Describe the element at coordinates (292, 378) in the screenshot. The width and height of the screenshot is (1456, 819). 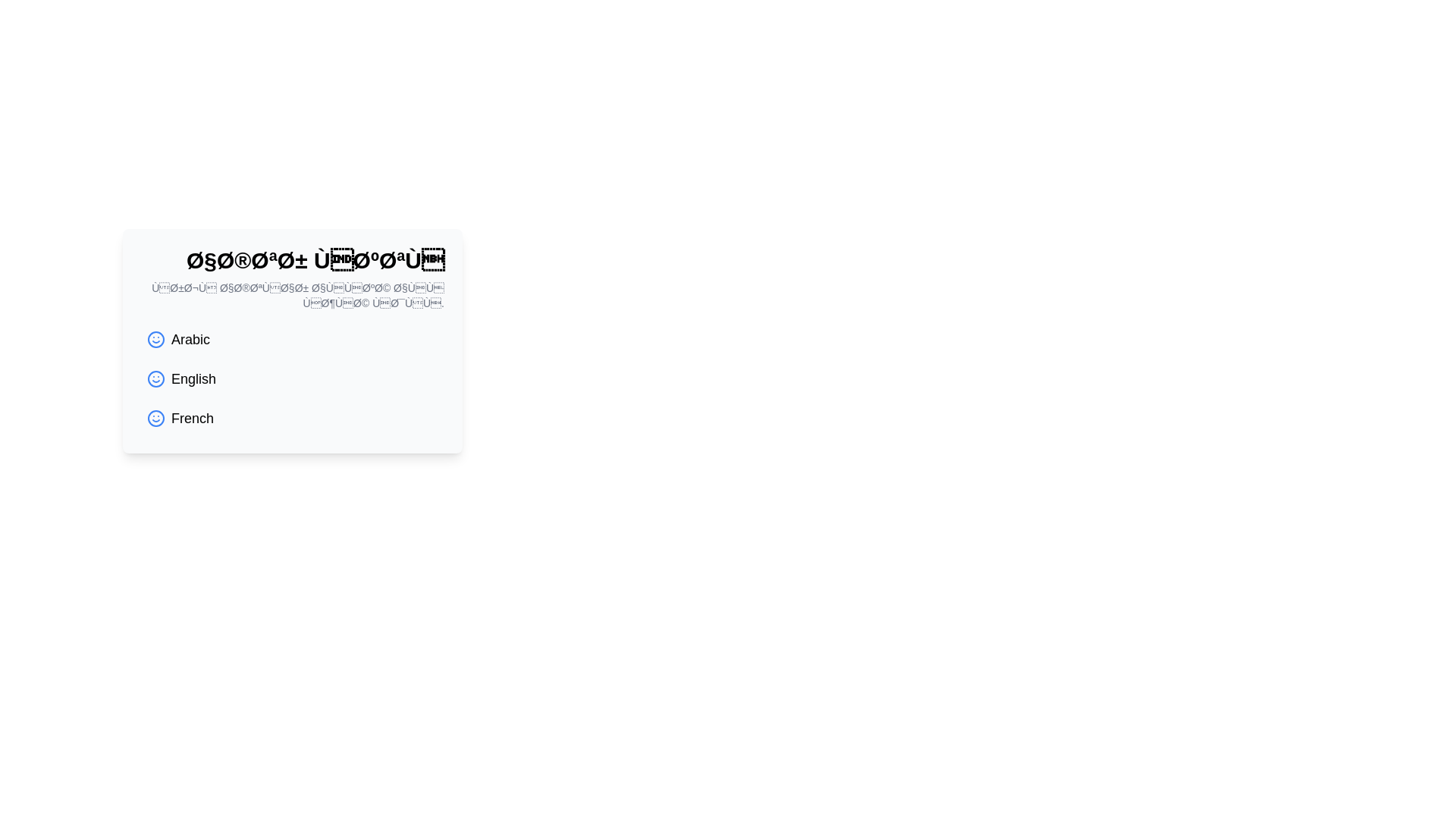
I see `a language option in the vertical list that allows the user` at that location.